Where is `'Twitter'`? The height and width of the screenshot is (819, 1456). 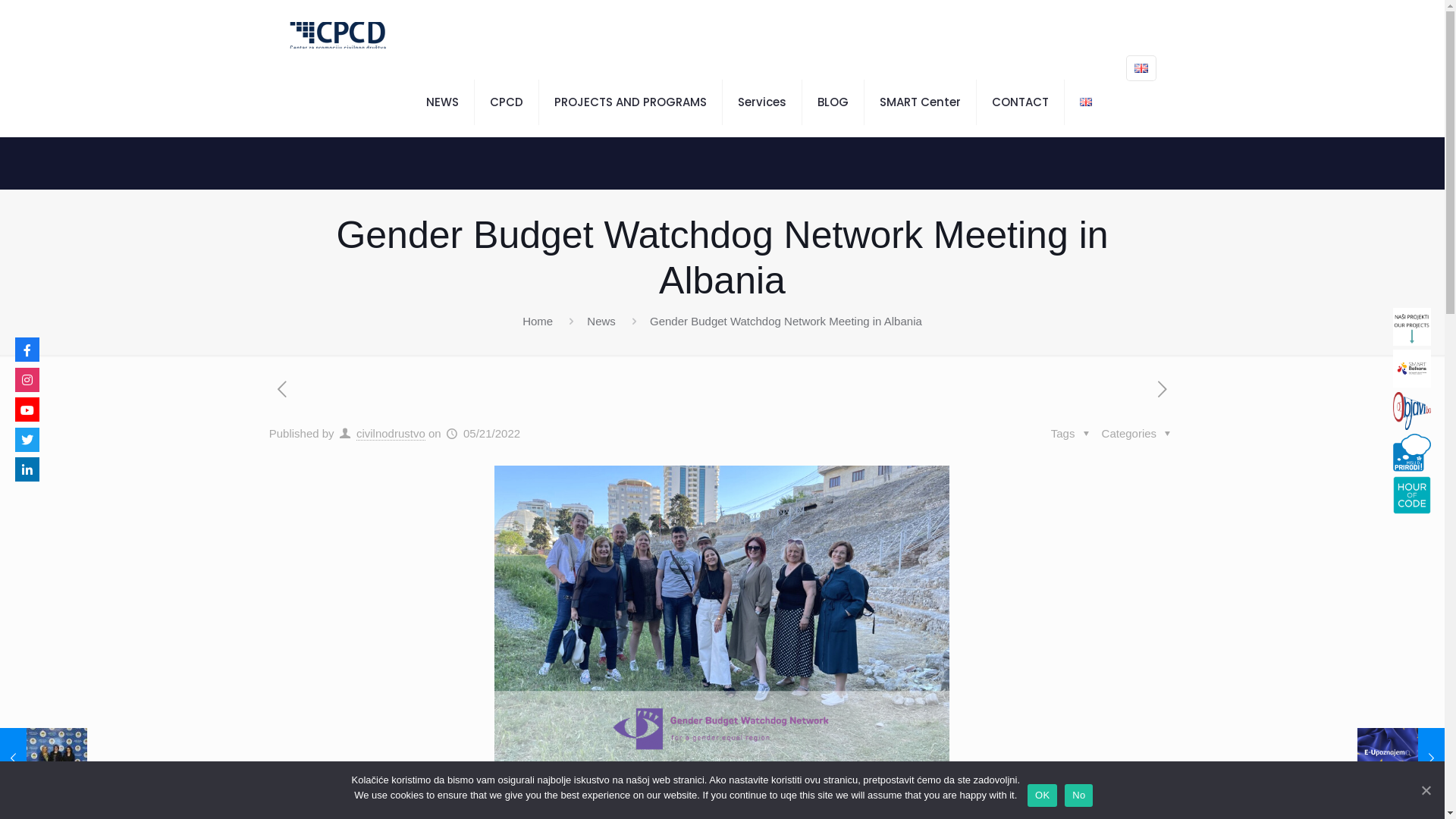
'Twitter' is located at coordinates (27, 439).